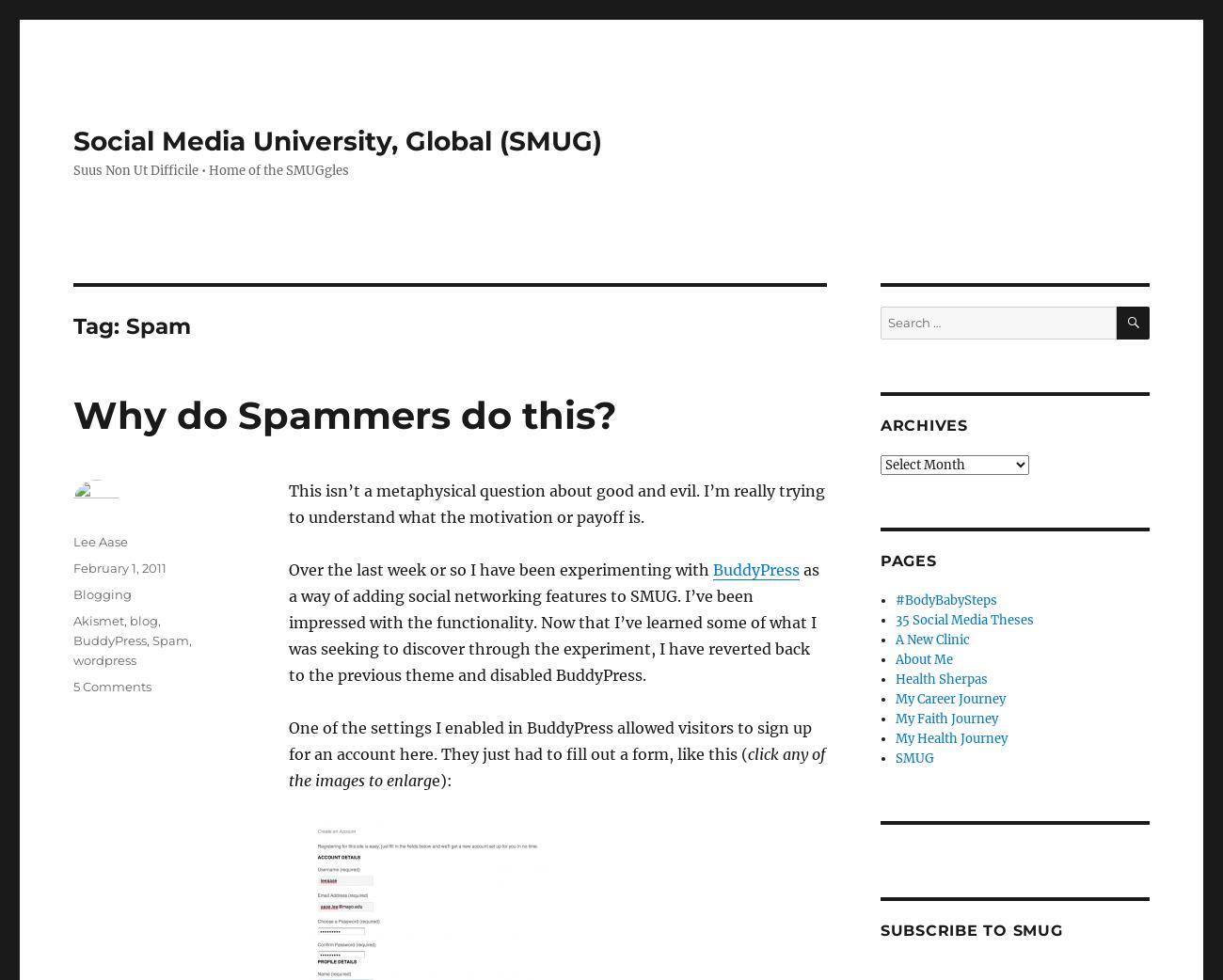 This screenshot has height=980, width=1223. Describe the element at coordinates (554, 503) in the screenshot. I see `'This isn’t a metaphysical question about good and evil. I’m really trying to understand what the motivation or payoff is.'` at that location.